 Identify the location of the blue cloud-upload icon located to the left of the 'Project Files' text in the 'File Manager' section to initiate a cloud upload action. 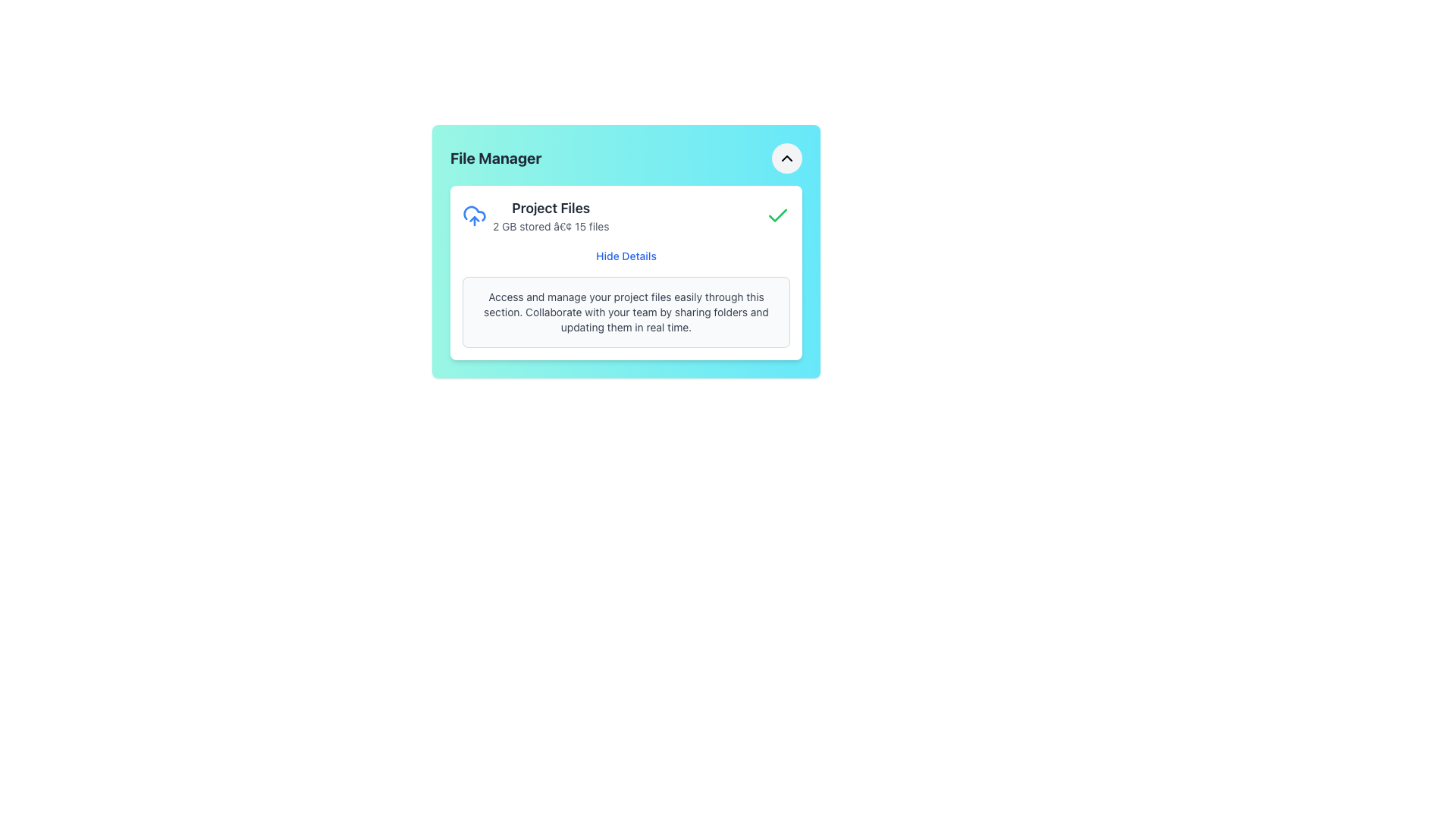
(473, 216).